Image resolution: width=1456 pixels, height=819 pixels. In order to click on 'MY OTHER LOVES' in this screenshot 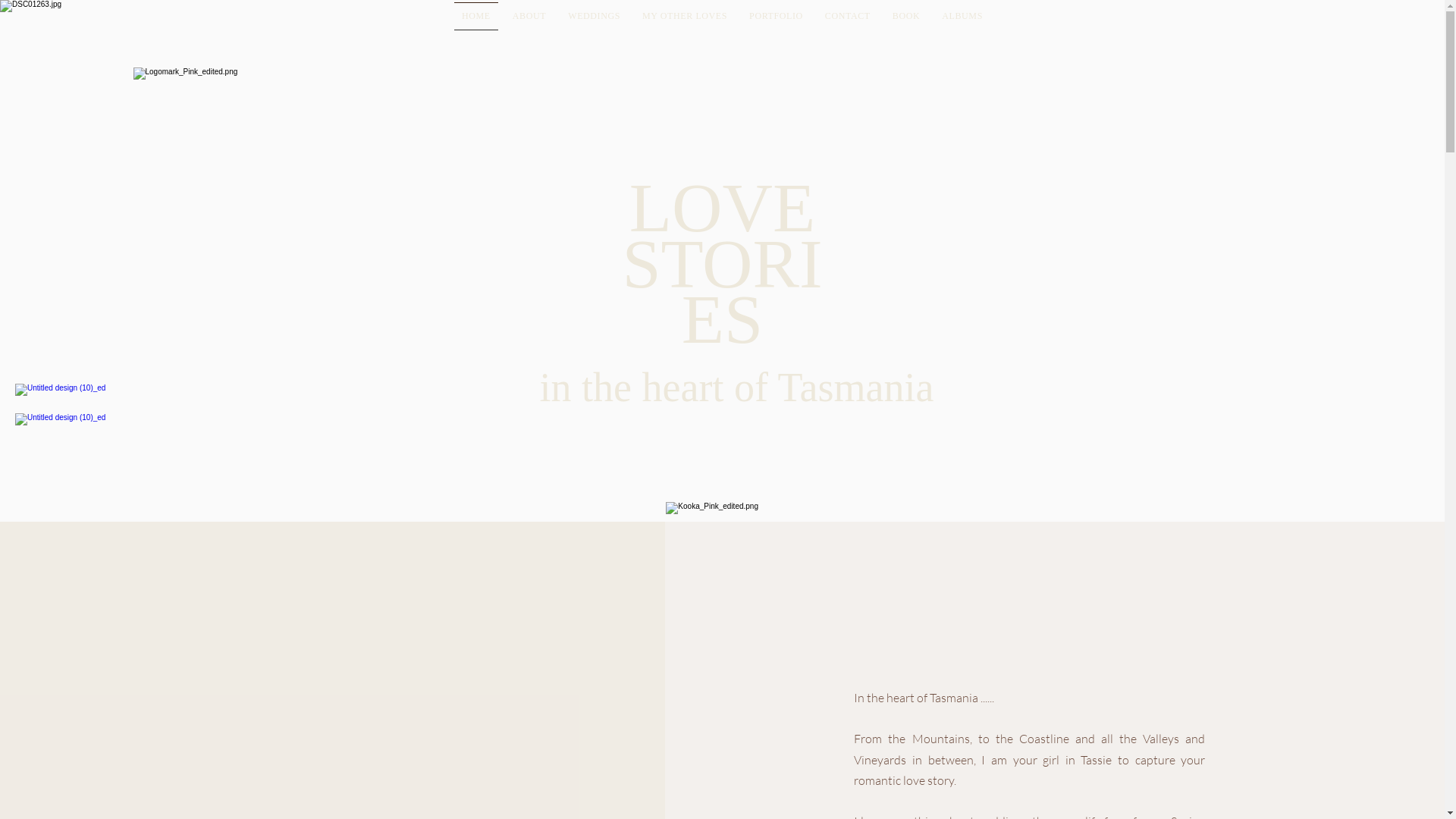, I will do `click(684, 16)`.